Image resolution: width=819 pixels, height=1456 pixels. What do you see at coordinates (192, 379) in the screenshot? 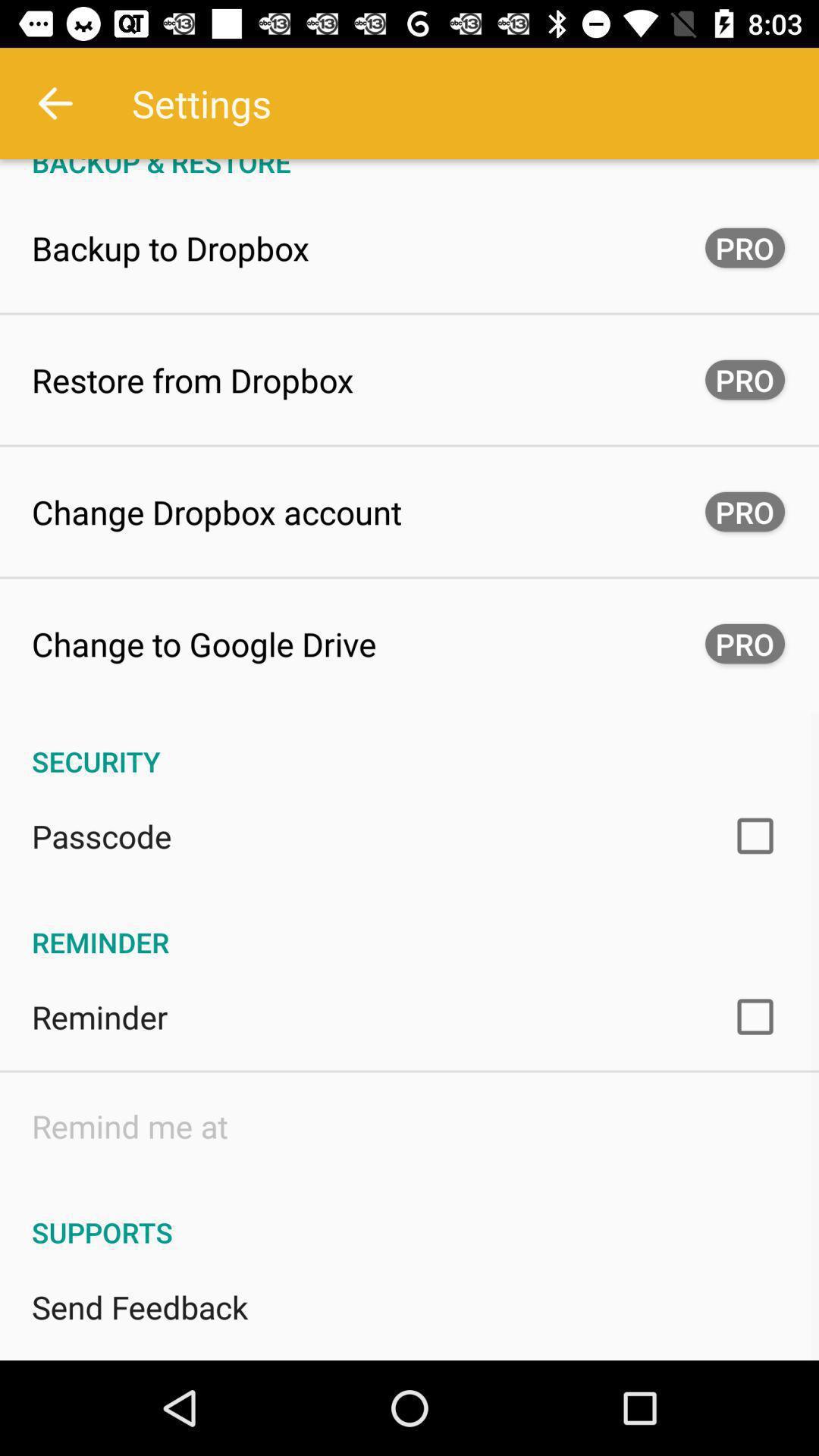
I see `the item above the change dropbox account` at bounding box center [192, 379].